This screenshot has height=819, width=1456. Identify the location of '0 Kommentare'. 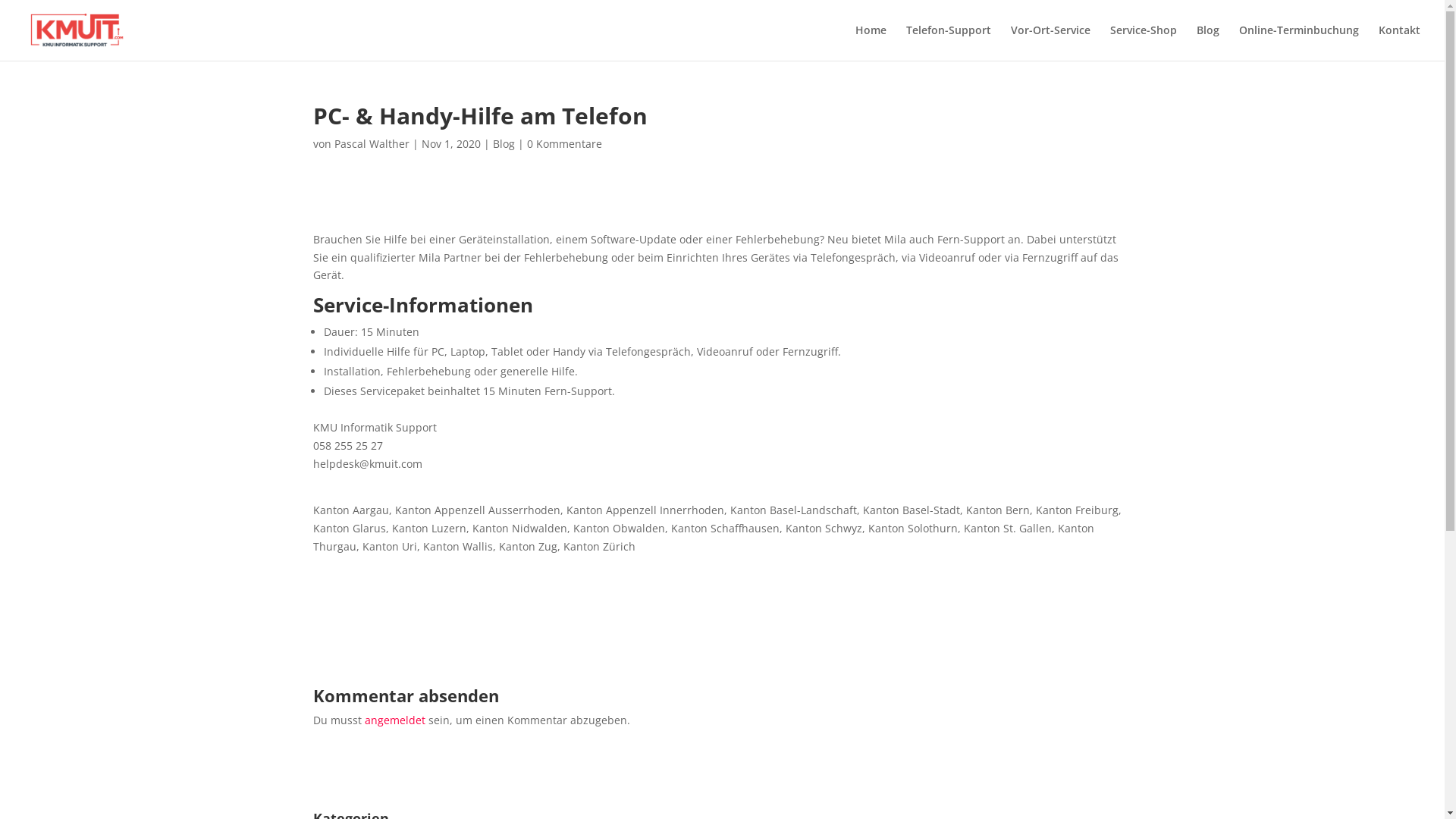
(526, 143).